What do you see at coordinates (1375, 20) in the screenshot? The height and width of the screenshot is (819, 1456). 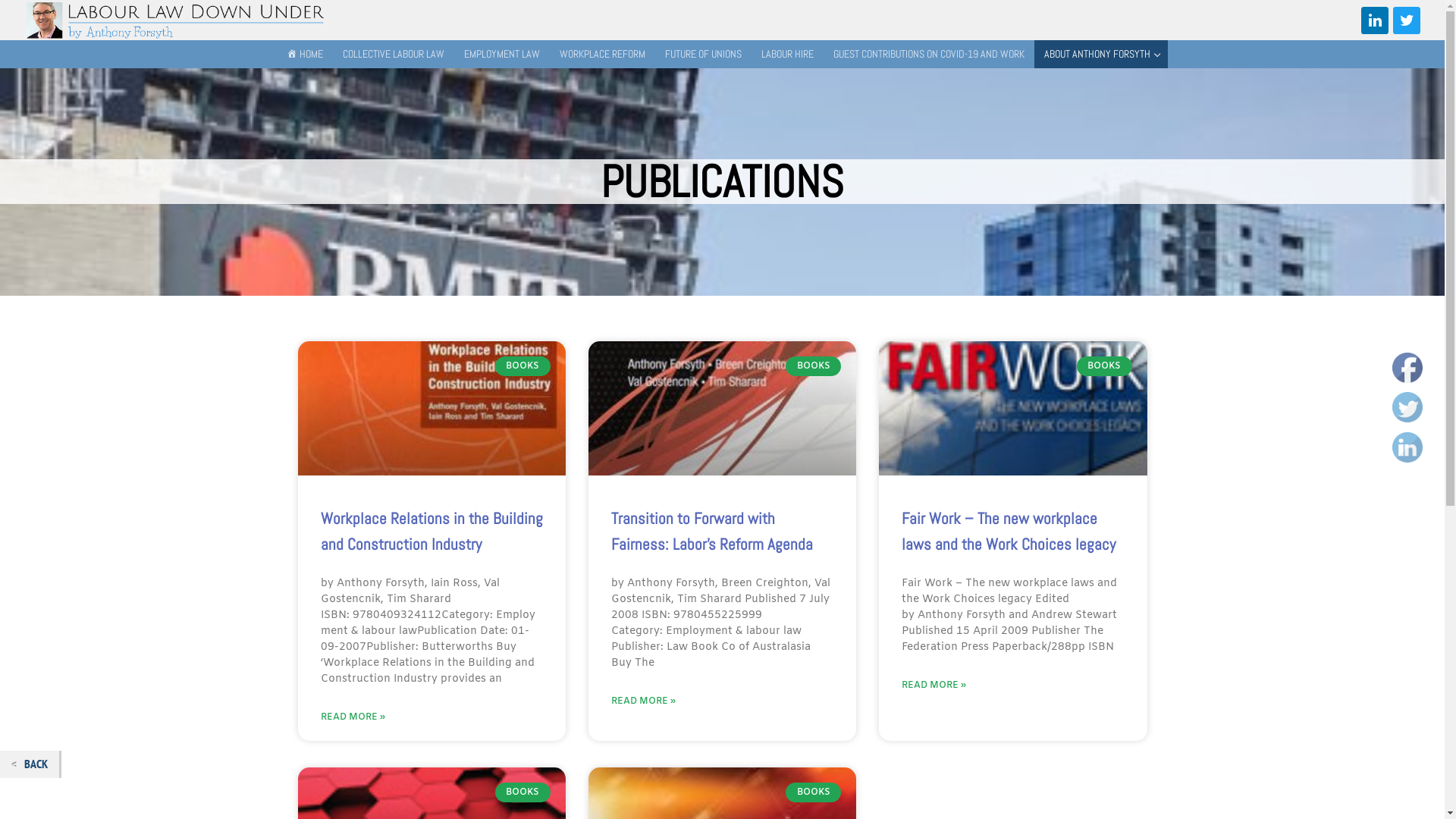 I see `'LinkedIn'` at bounding box center [1375, 20].